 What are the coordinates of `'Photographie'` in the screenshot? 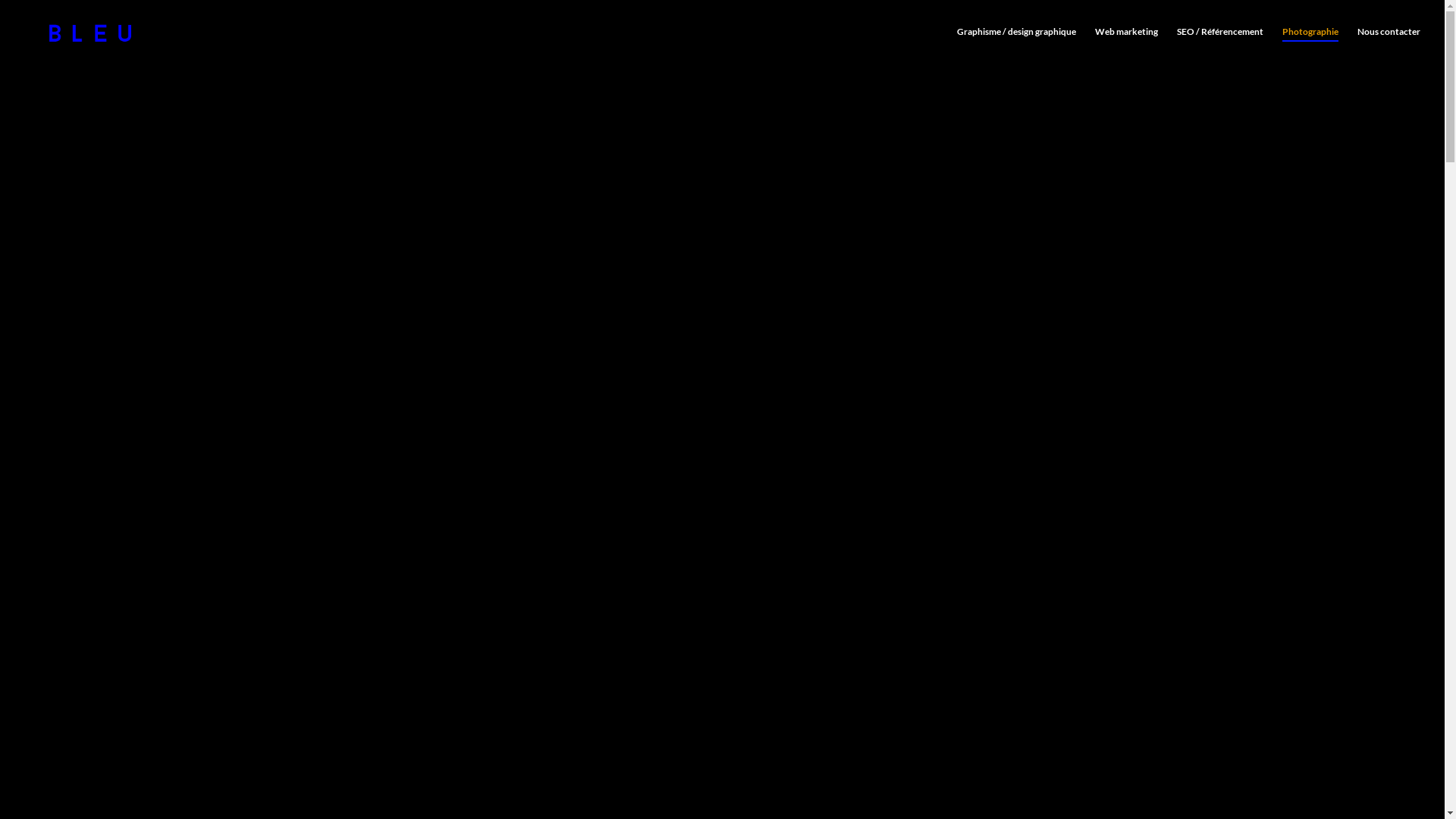 It's located at (1310, 44).